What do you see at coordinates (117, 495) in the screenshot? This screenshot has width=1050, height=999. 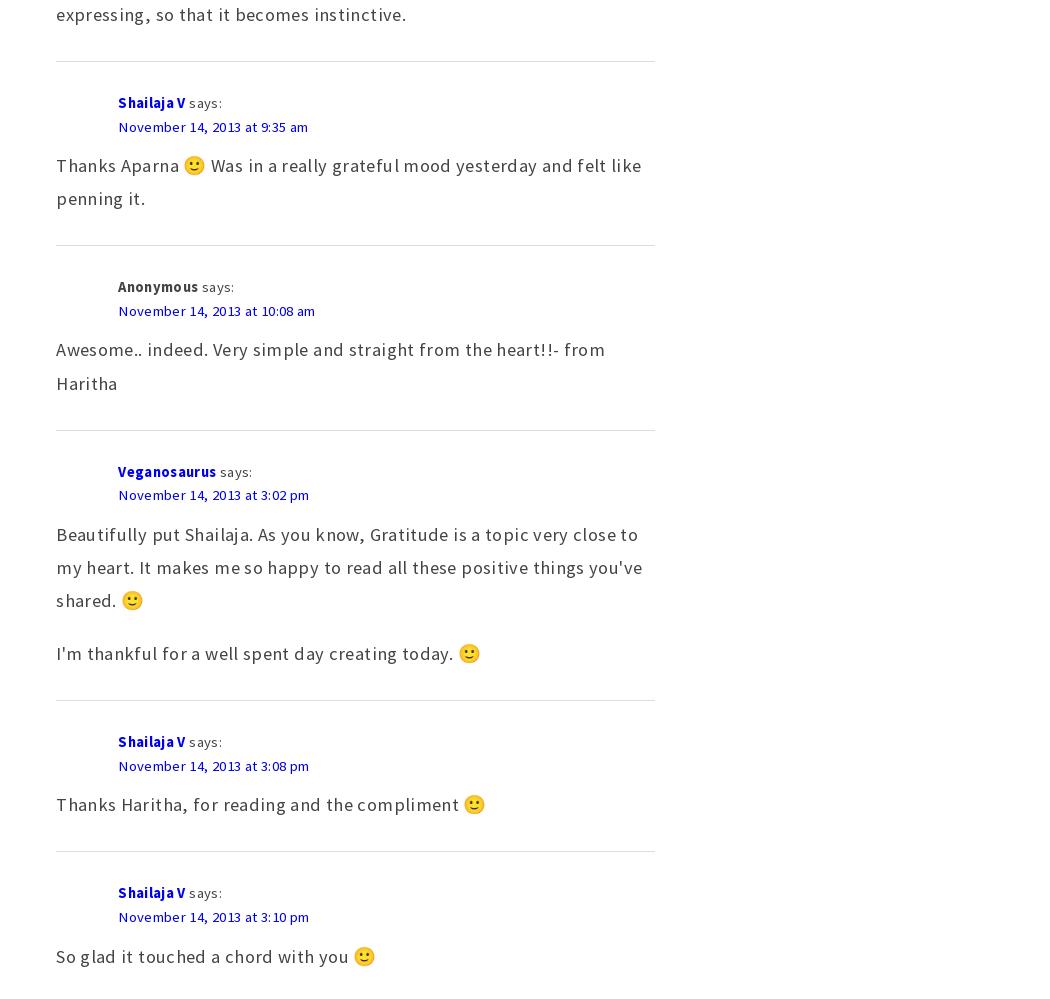 I see `'November 14, 2013 at 3:02 pm'` at bounding box center [117, 495].